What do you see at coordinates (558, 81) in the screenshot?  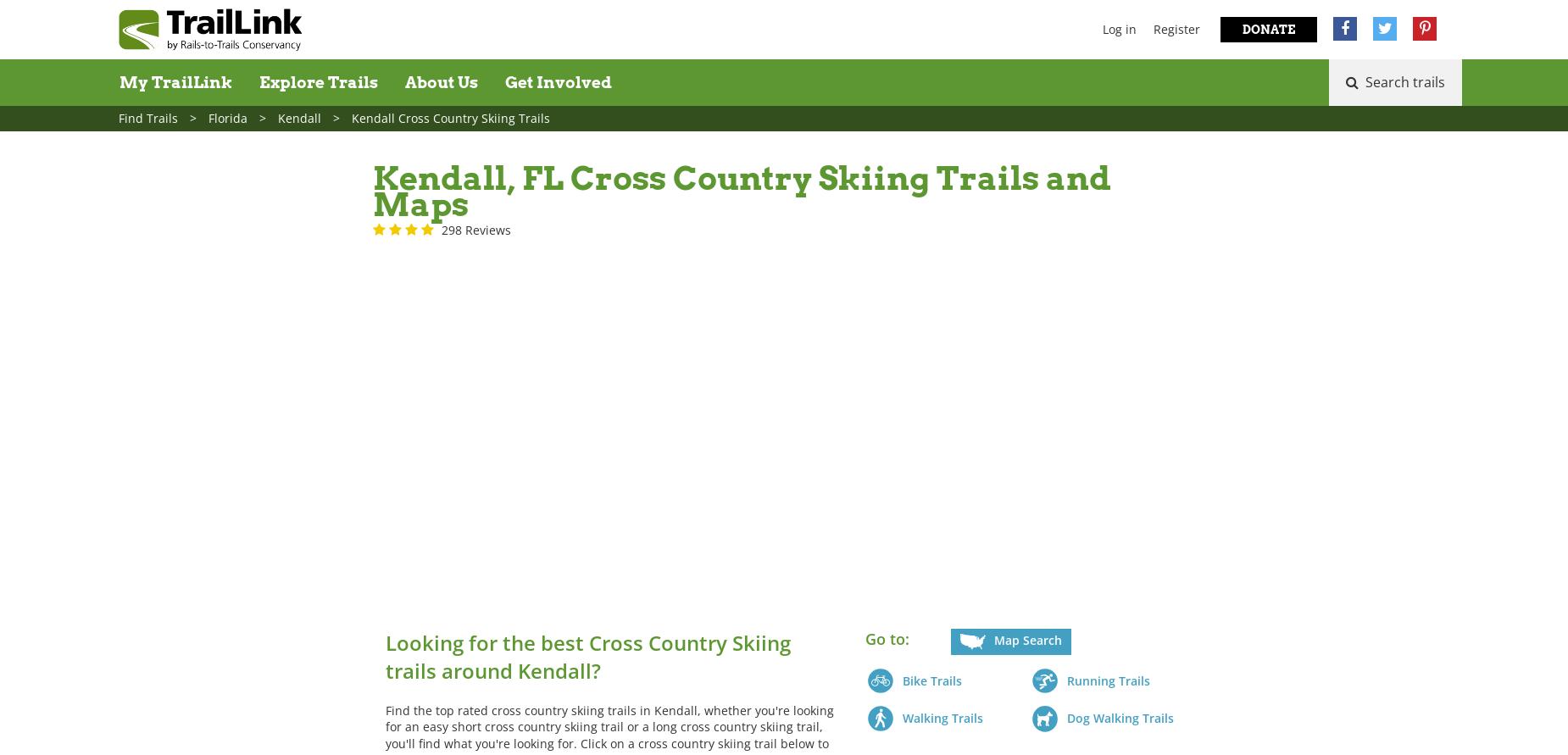 I see `'Get Involved'` at bounding box center [558, 81].